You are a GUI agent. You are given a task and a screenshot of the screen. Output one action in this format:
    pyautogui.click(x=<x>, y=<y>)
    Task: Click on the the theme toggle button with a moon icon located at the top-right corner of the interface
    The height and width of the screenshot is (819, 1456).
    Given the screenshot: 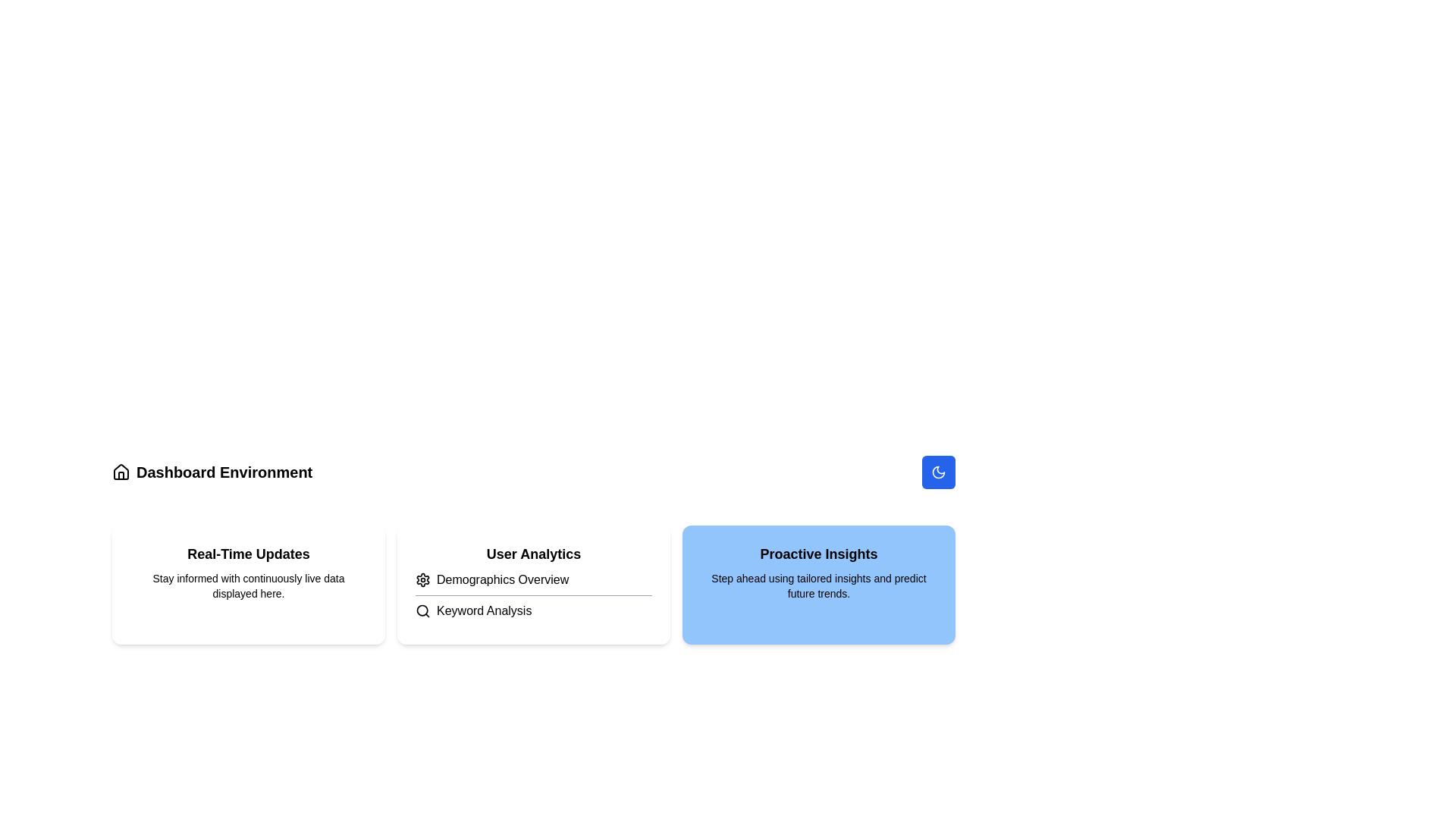 What is the action you would take?
    pyautogui.click(x=938, y=472)
    